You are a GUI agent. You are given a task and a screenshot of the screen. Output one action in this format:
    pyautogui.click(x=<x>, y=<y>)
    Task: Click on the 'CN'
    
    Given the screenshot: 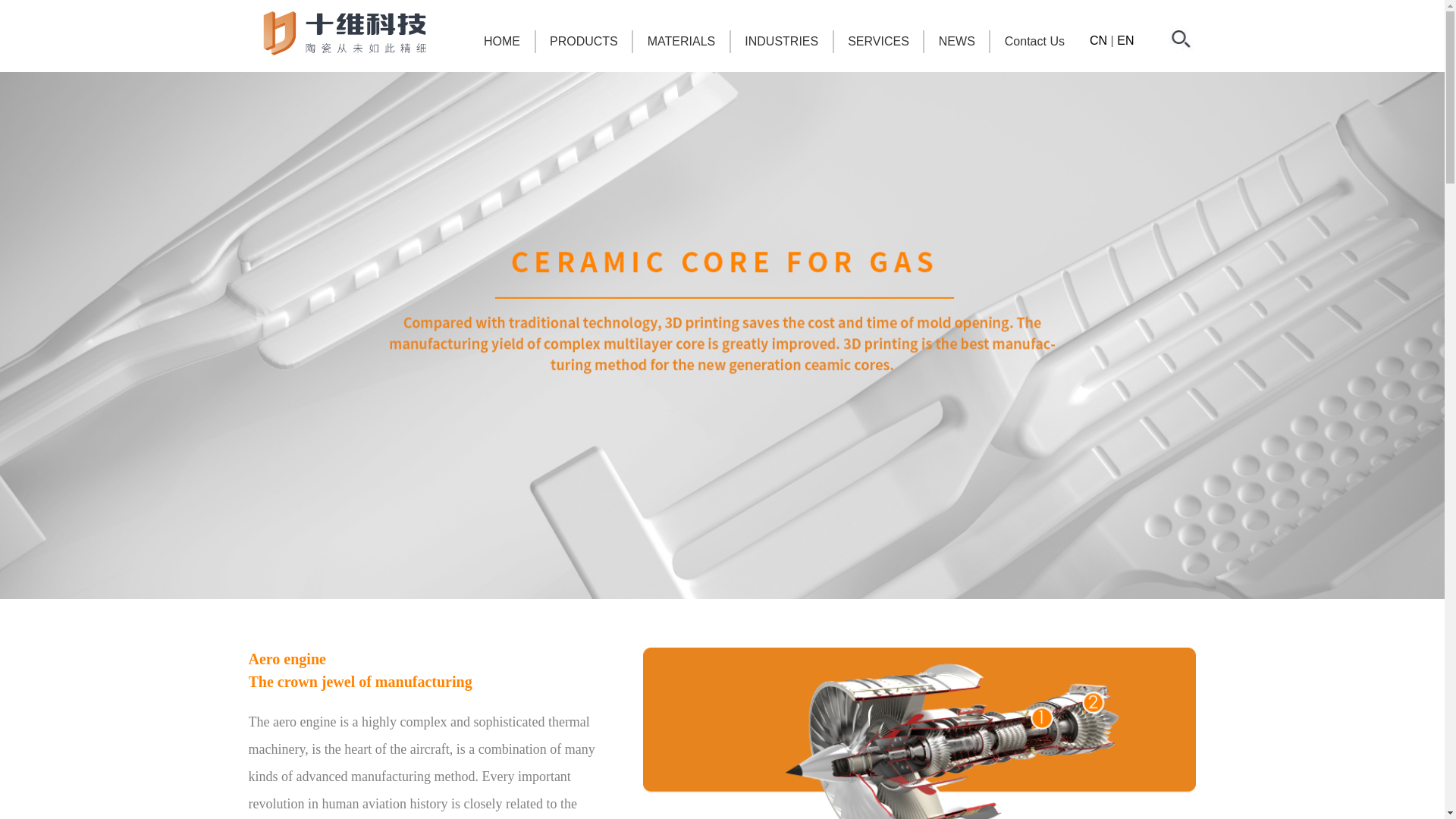 What is the action you would take?
    pyautogui.click(x=1098, y=39)
    